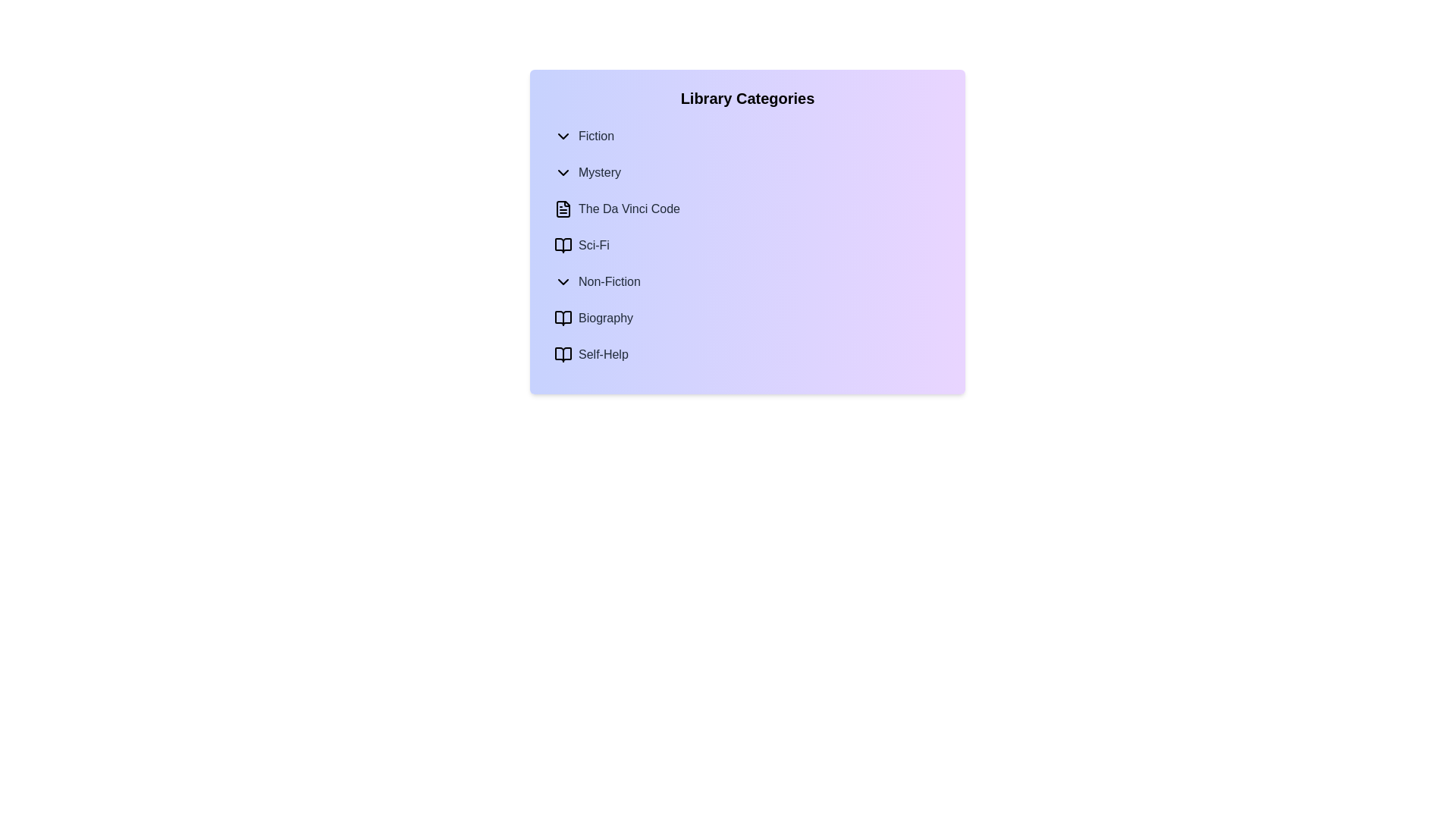 Image resolution: width=1456 pixels, height=819 pixels. Describe the element at coordinates (563, 354) in the screenshot. I see `the open book vector graphic icon located next to the 'Self-Help' text in the 'Library Categories' section, if it is interactive` at that location.